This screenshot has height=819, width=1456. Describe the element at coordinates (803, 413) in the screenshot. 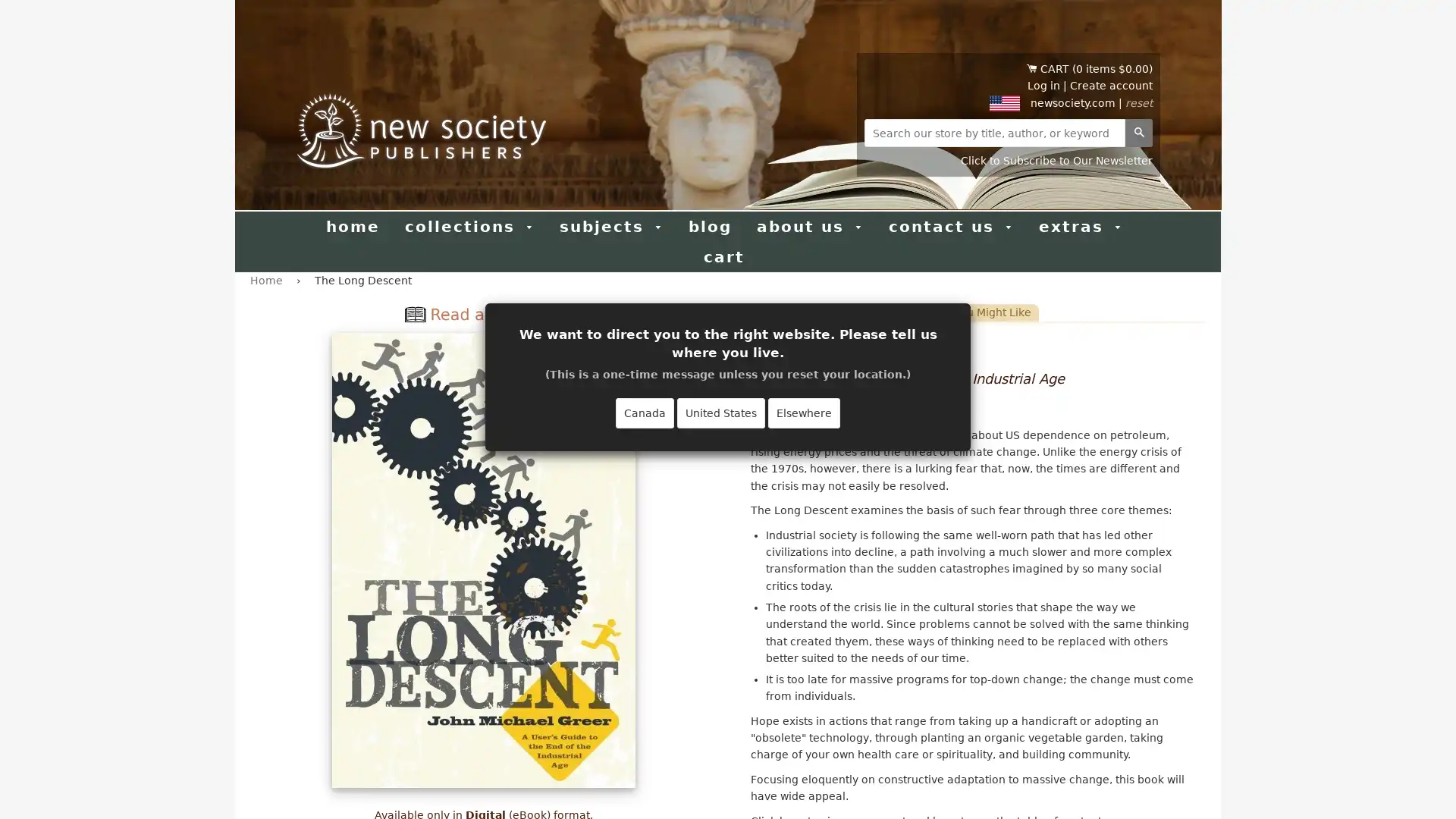

I see `Elsewhere` at that location.